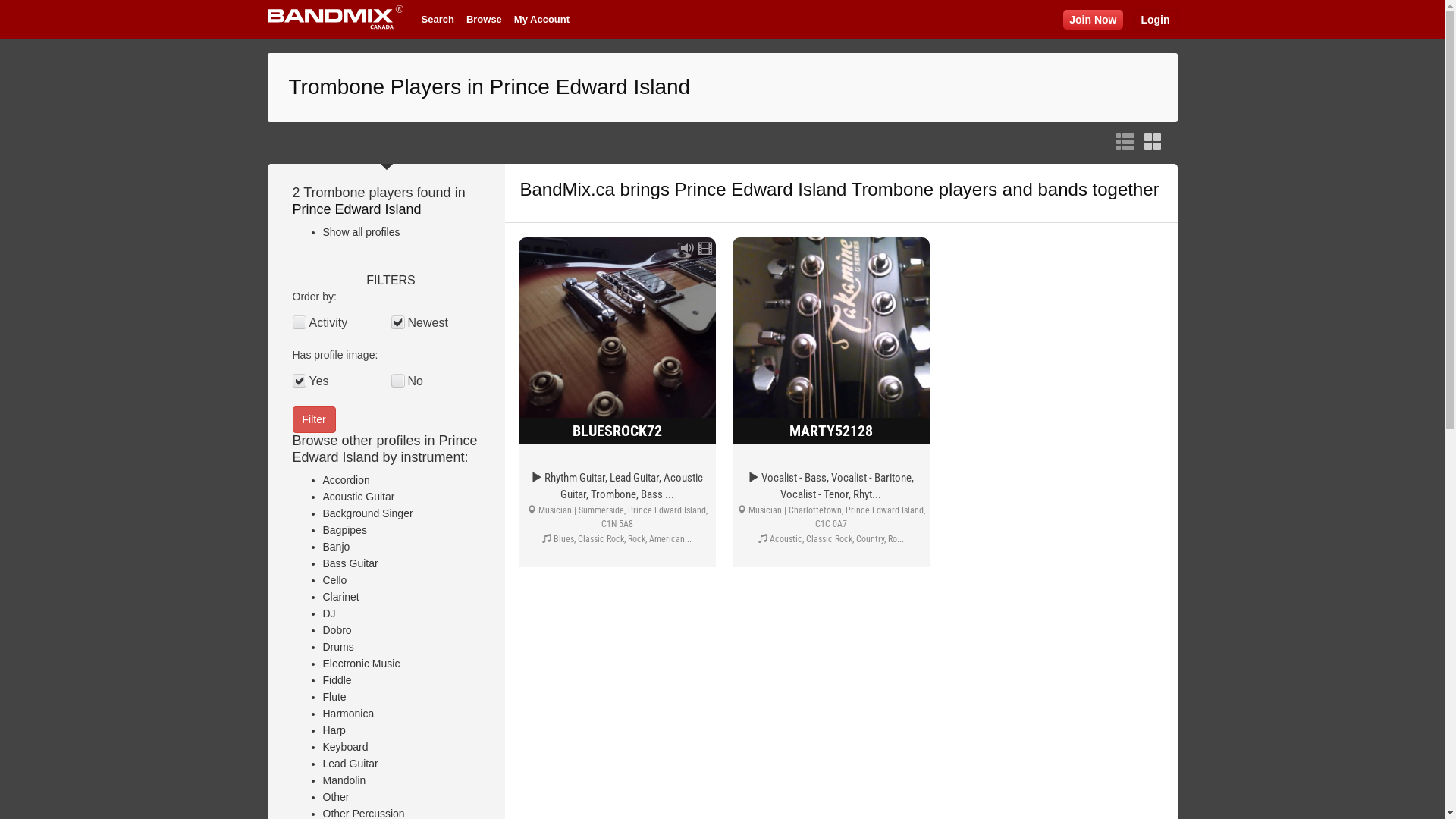  I want to click on 'Search', so click(415, 20).